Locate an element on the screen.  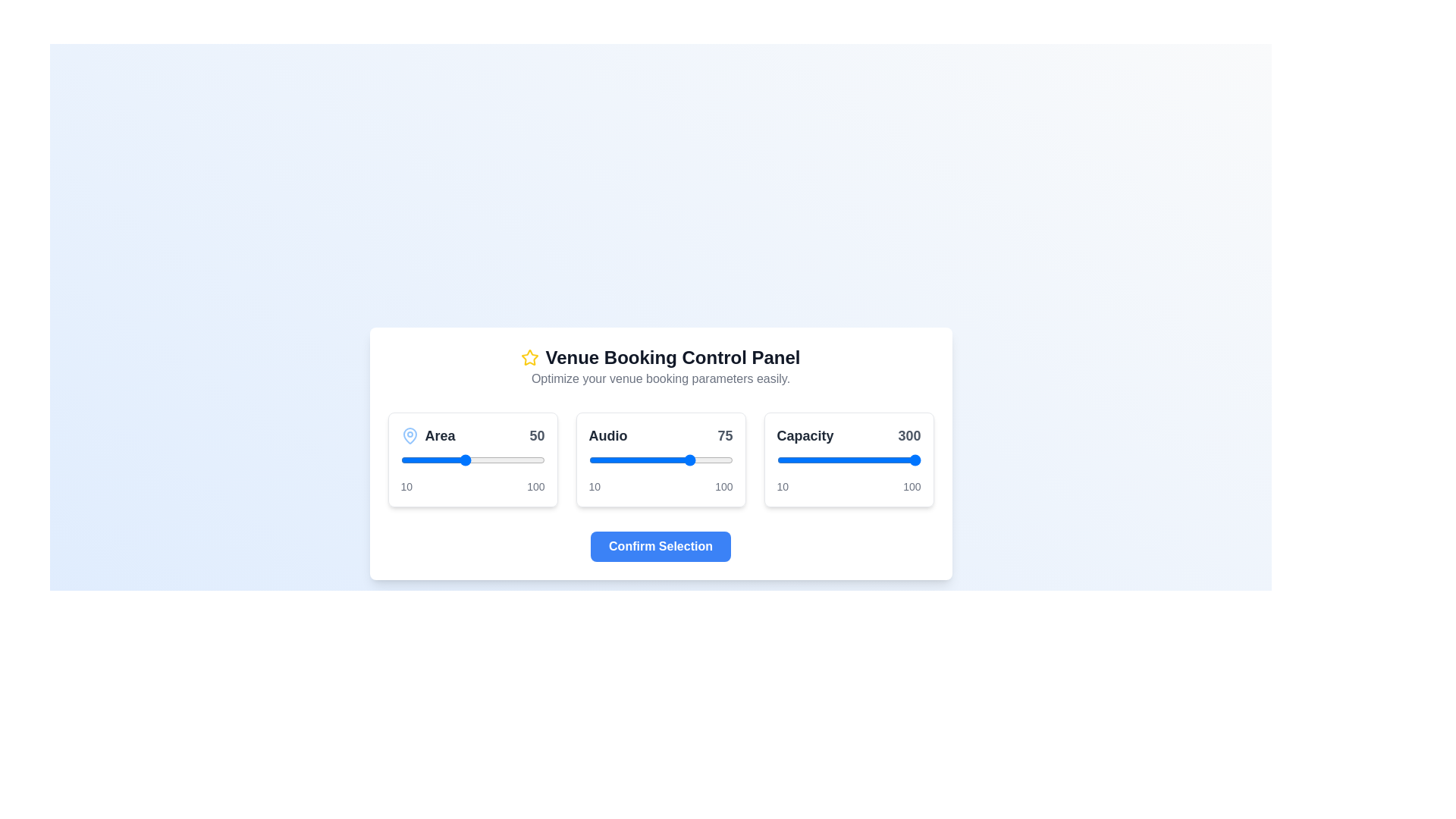
capacity is located at coordinates (806, 459).